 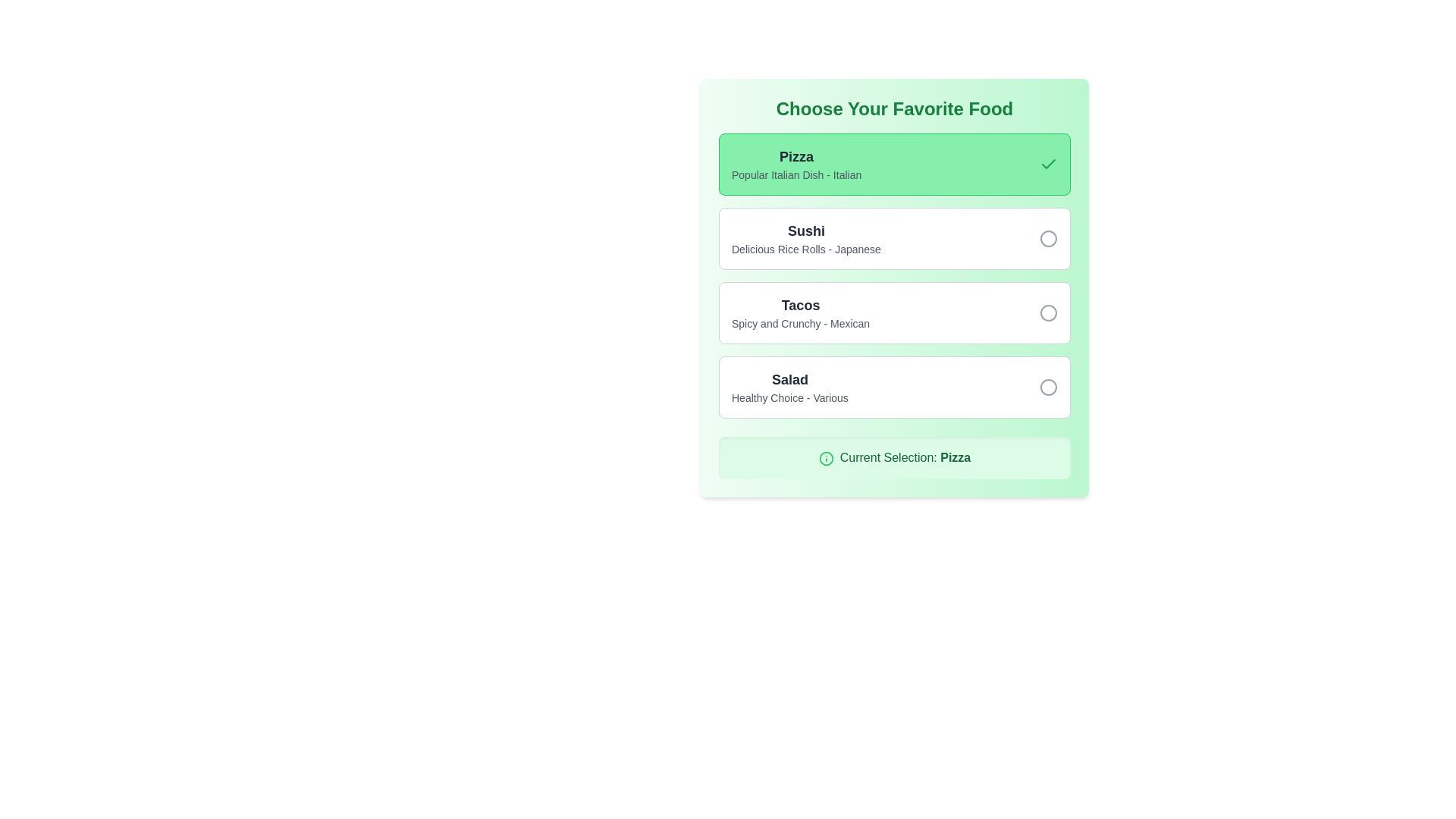 I want to click on descriptive subtitle text element located below the 'Pizza' heading in the food options list, so click(x=795, y=174).